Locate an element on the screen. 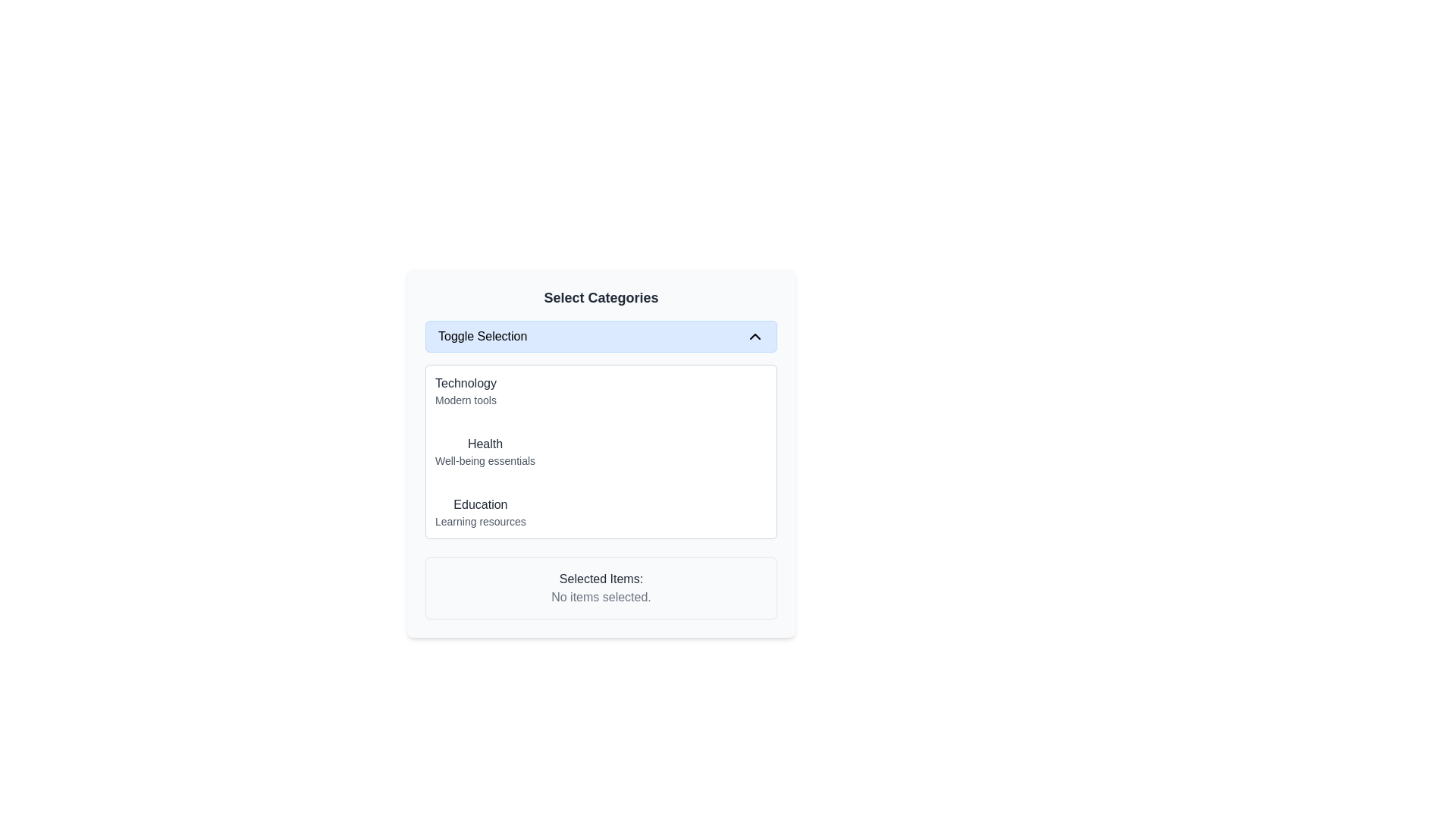 The height and width of the screenshot is (819, 1456). the category title text element positioned above 'Modern tools' in the 'Select Categories' section to highlight it is located at coordinates (465, 382).